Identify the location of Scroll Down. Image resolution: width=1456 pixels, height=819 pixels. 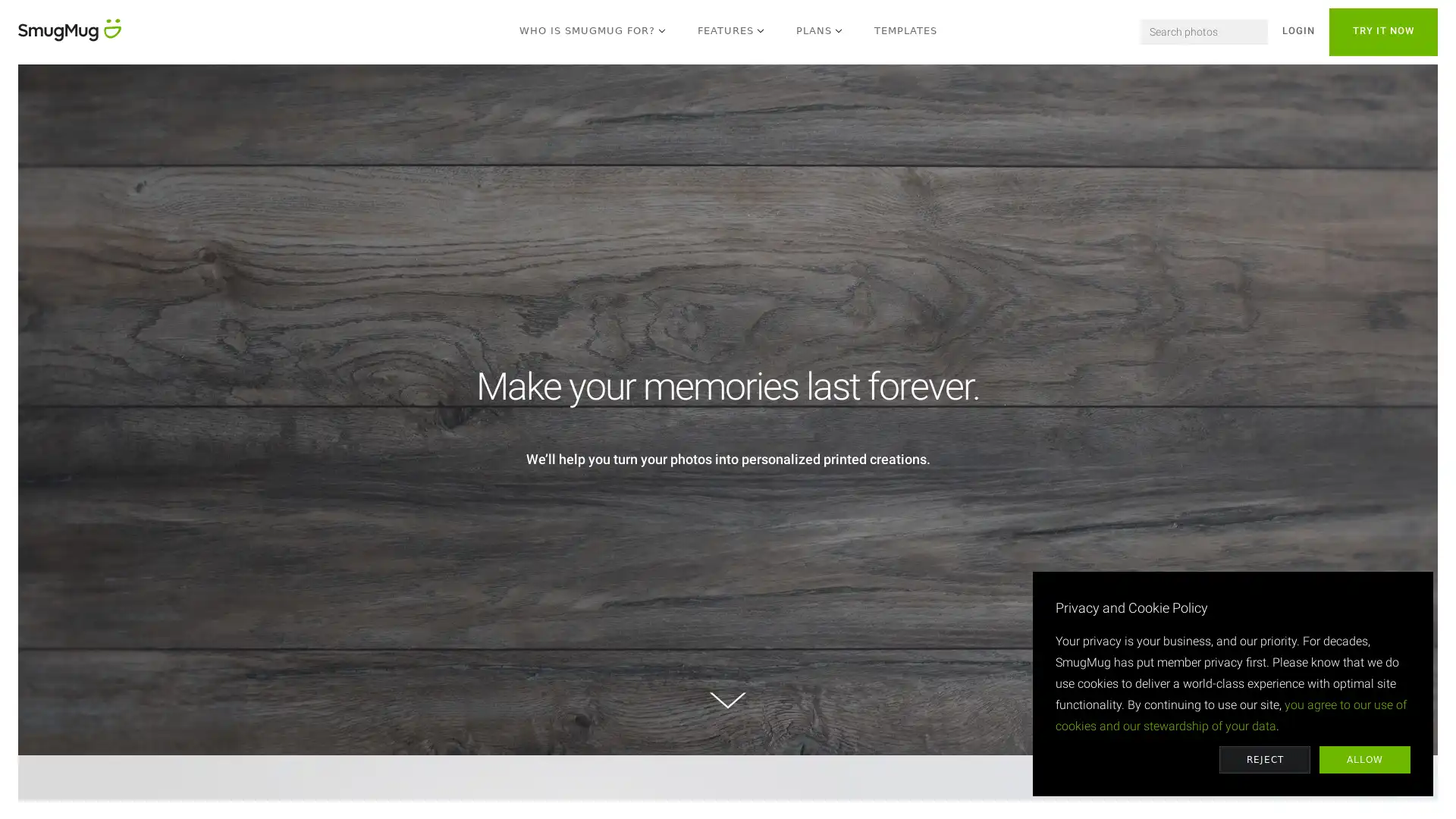
(728, 701).